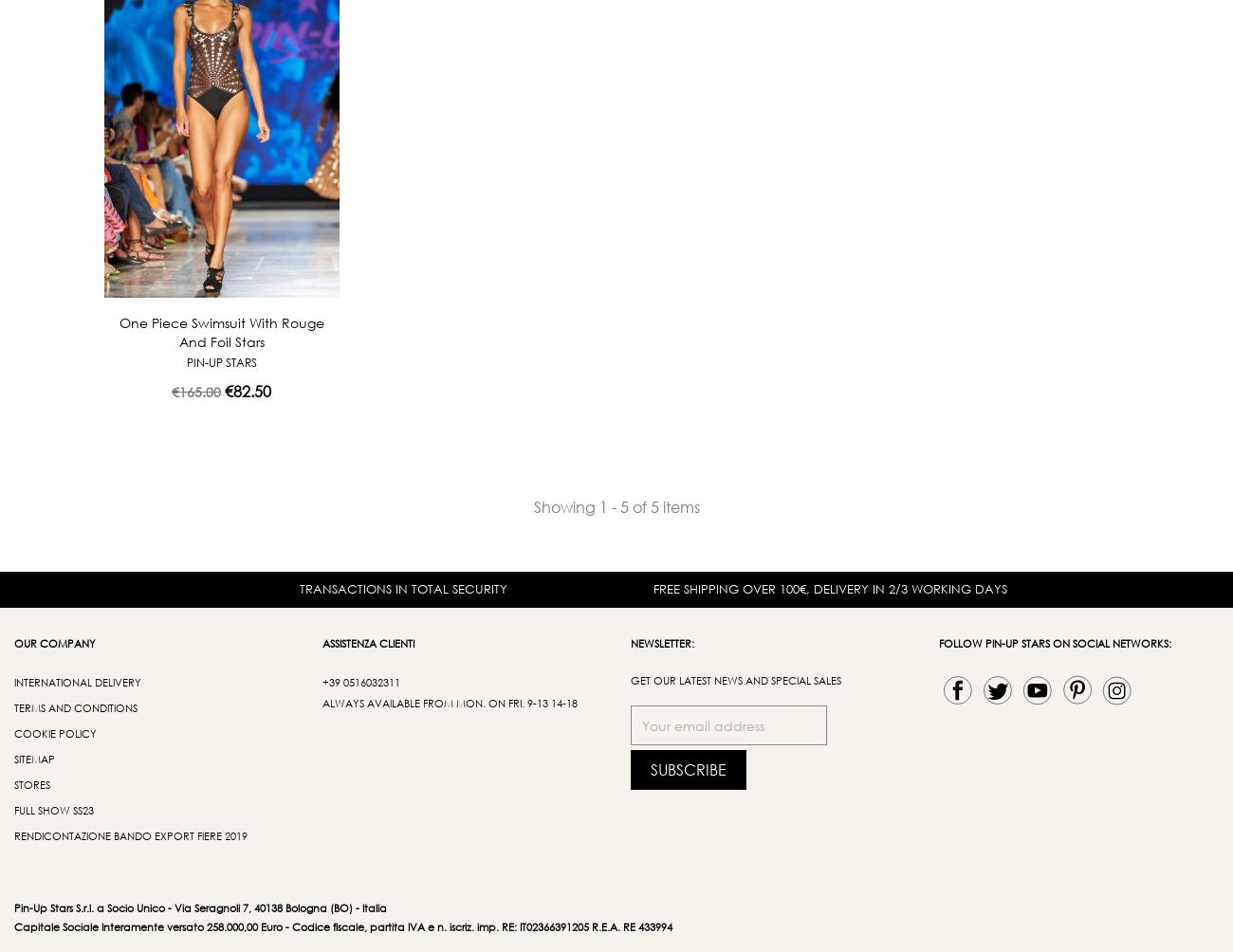 The height and width of the screenshot is (952, 1233). Describe the element at coordinates (33, 759) in the screenshot. I see `'Sitemap'` at that location.